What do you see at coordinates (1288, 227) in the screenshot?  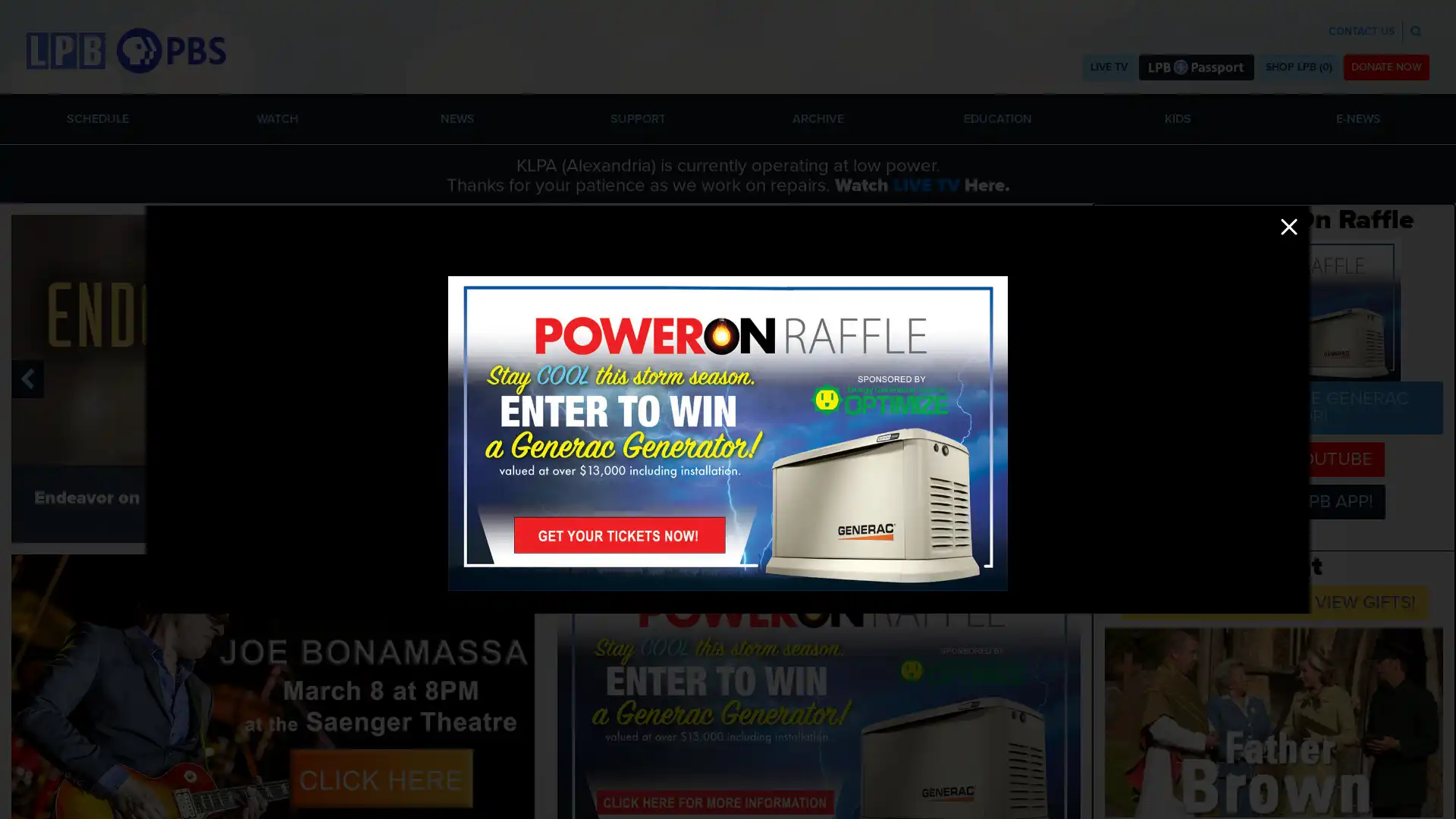 I see `Close` at bounding box center [1288, 227].